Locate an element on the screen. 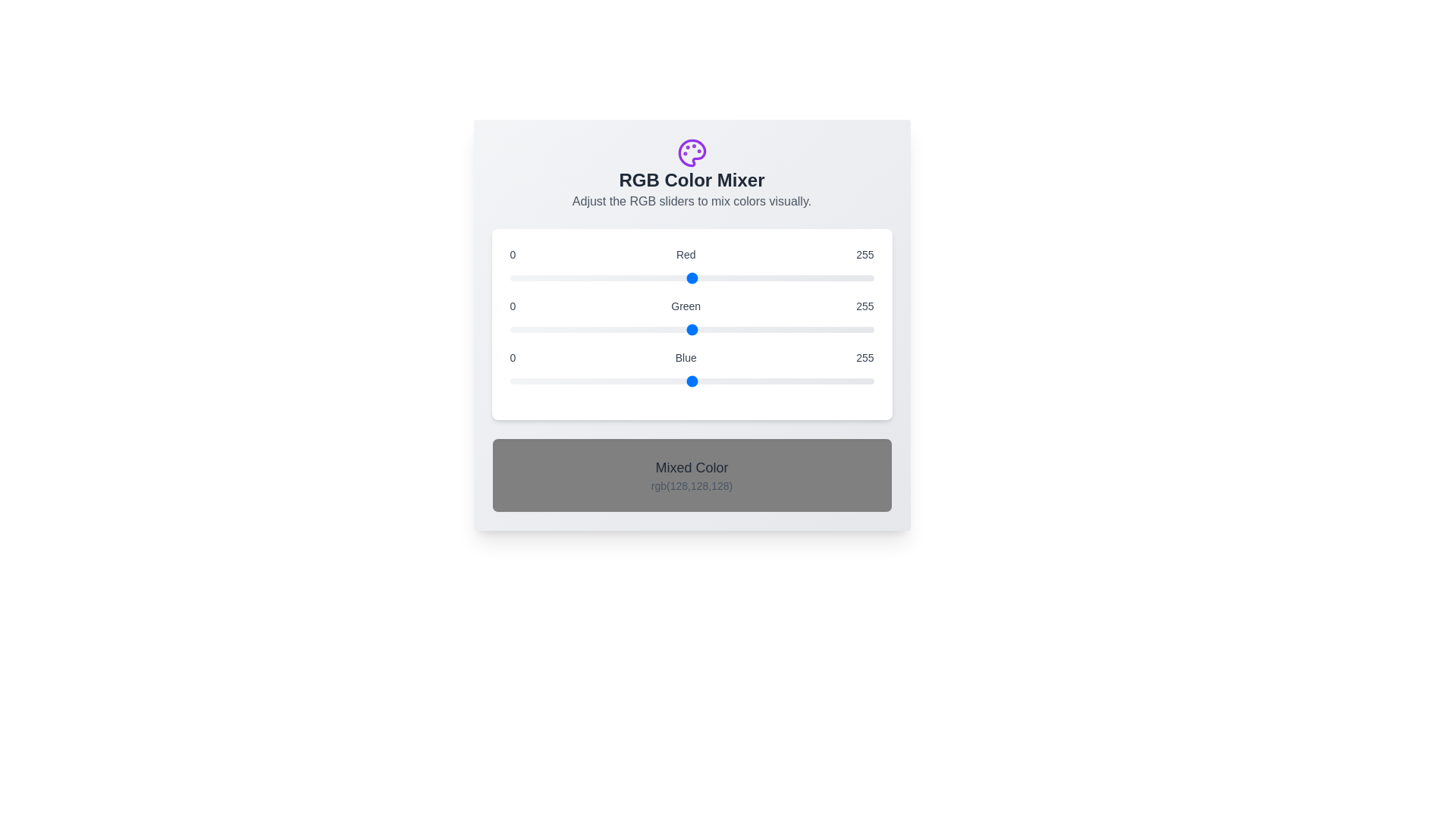  the 1 slider to the value 141 to observe the resulting mixed color is located at coordinates (691, 329).